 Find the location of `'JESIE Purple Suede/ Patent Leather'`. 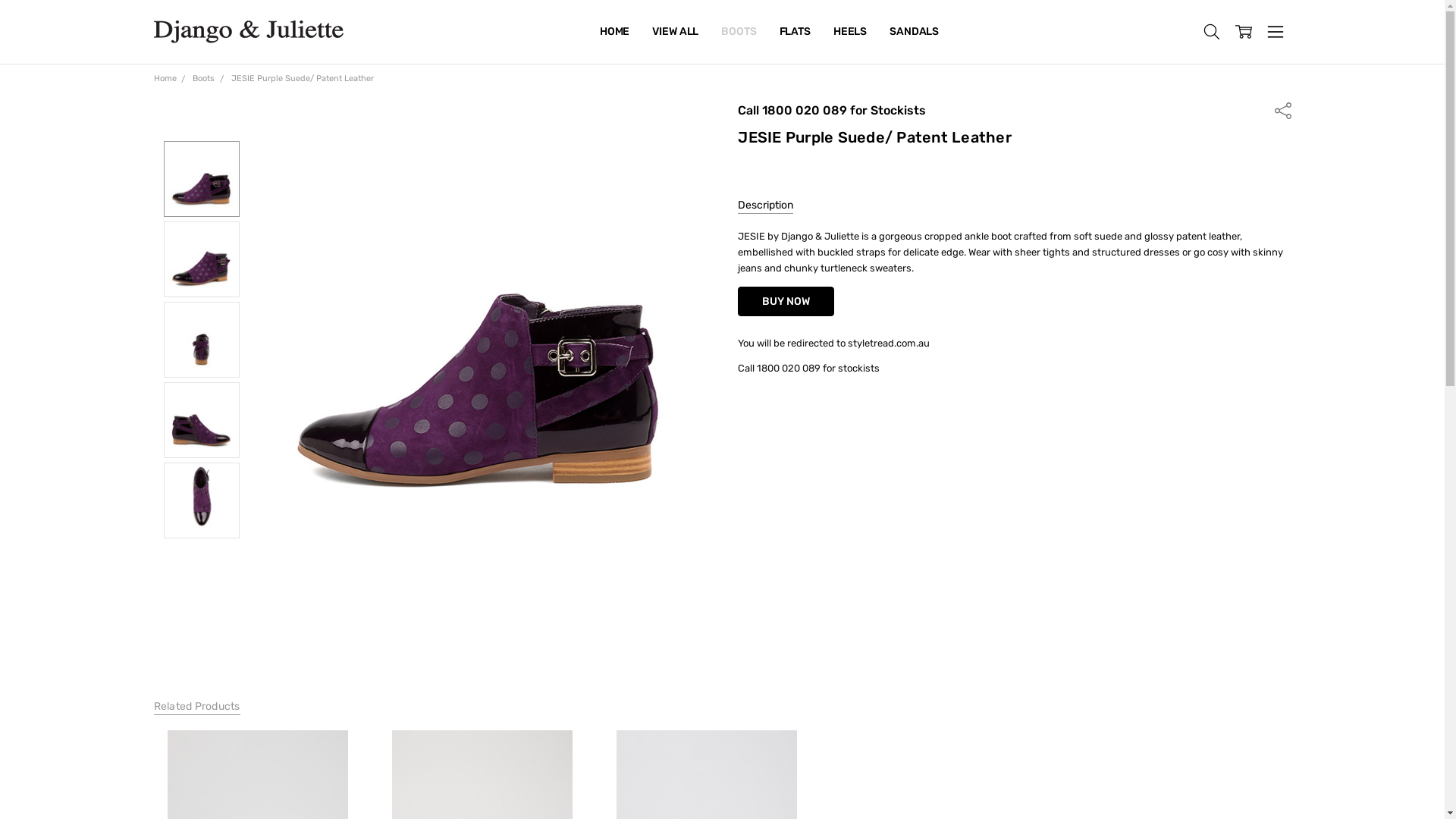

'JESIE Purple Suede/ Patent Leather' is located at coordinates (168, 177).